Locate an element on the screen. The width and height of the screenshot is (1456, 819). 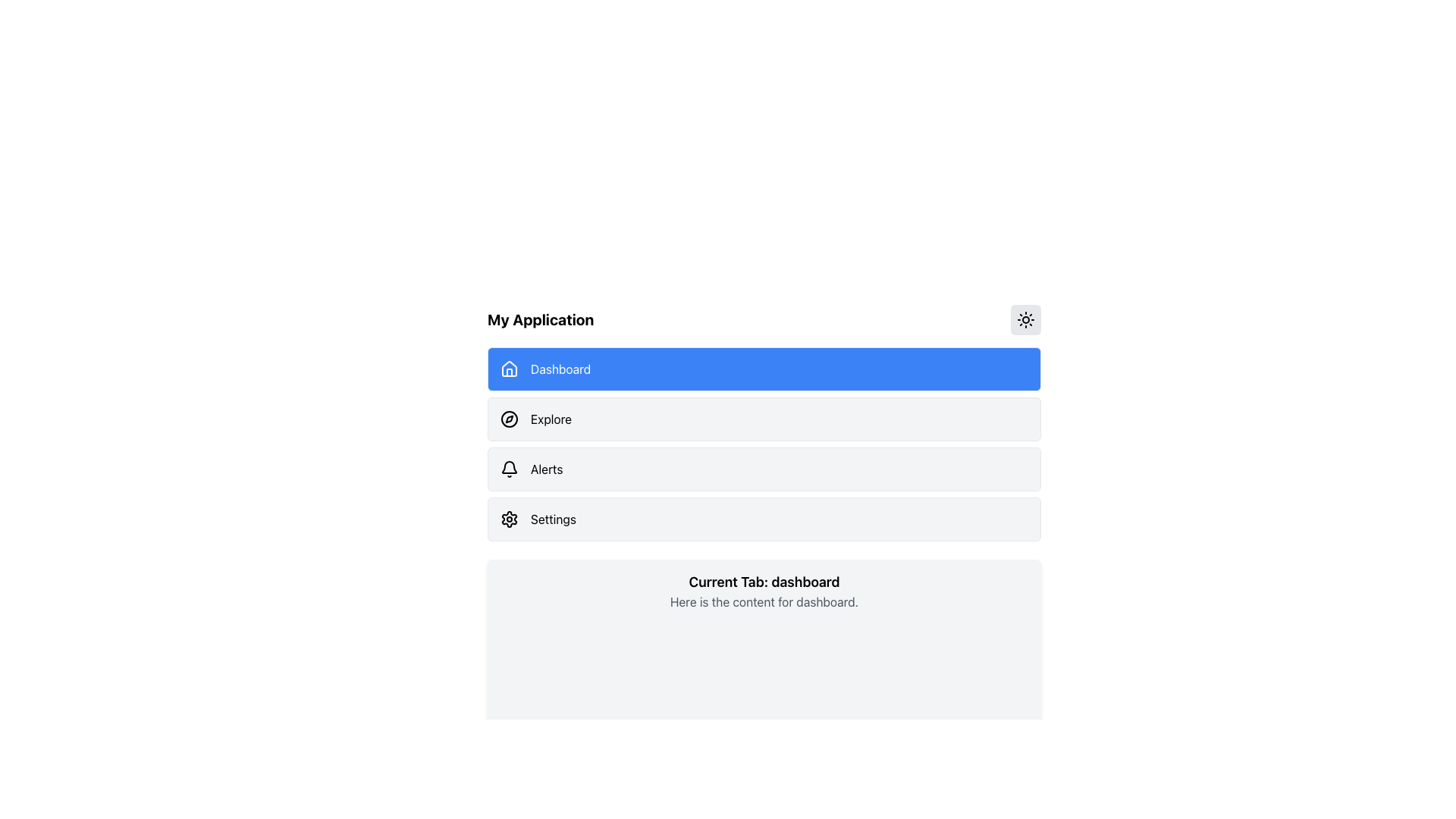
the settings button, which is the fourth button in the vertical list located beneath the 'Dashboard', 'Explore', and 'Alerts' options is located at coordinates (764, 519).